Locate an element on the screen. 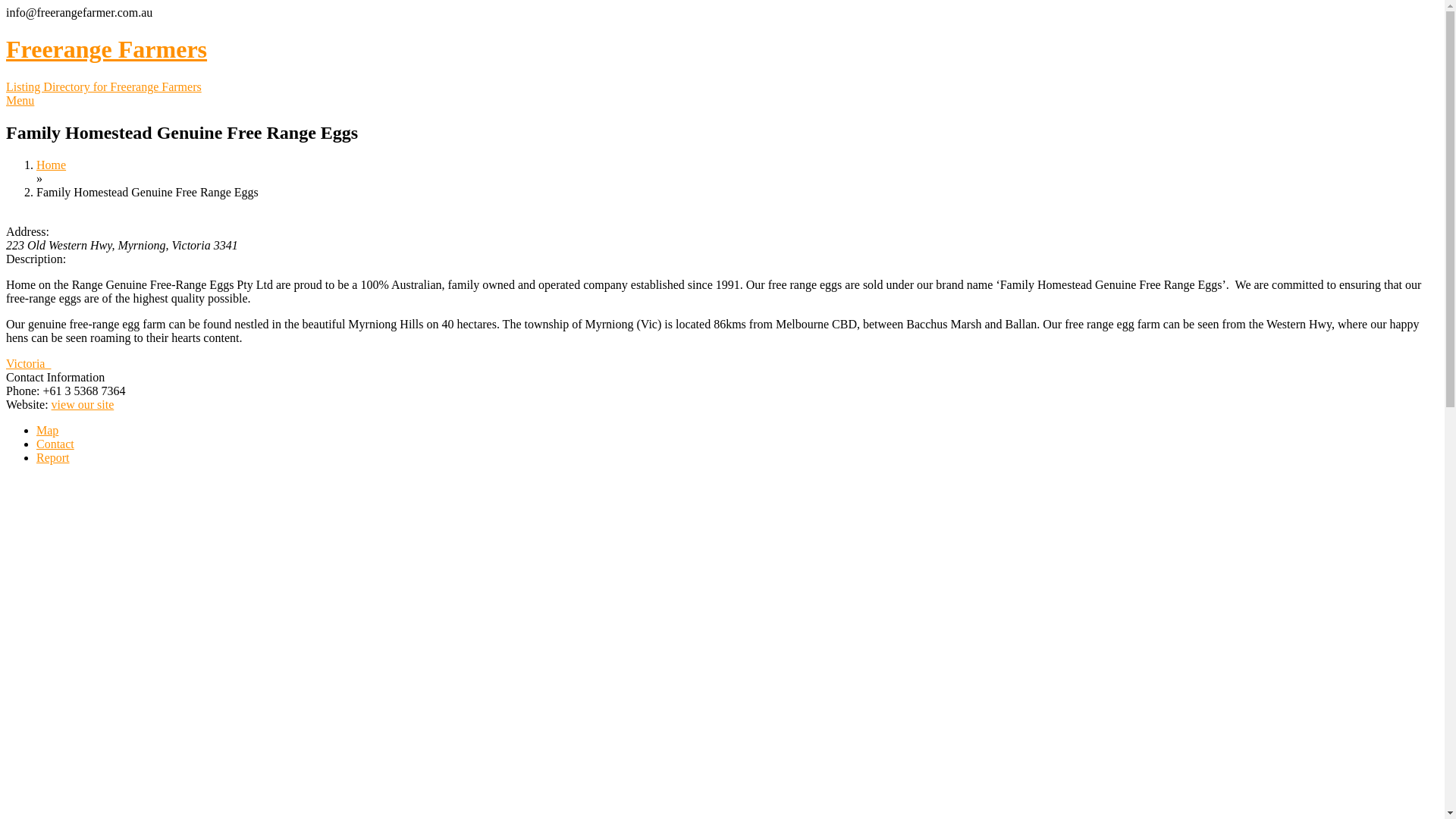 This screenshot has height=819, width=1456. 'Freerange Farmers is located at coordinates (721, 63).